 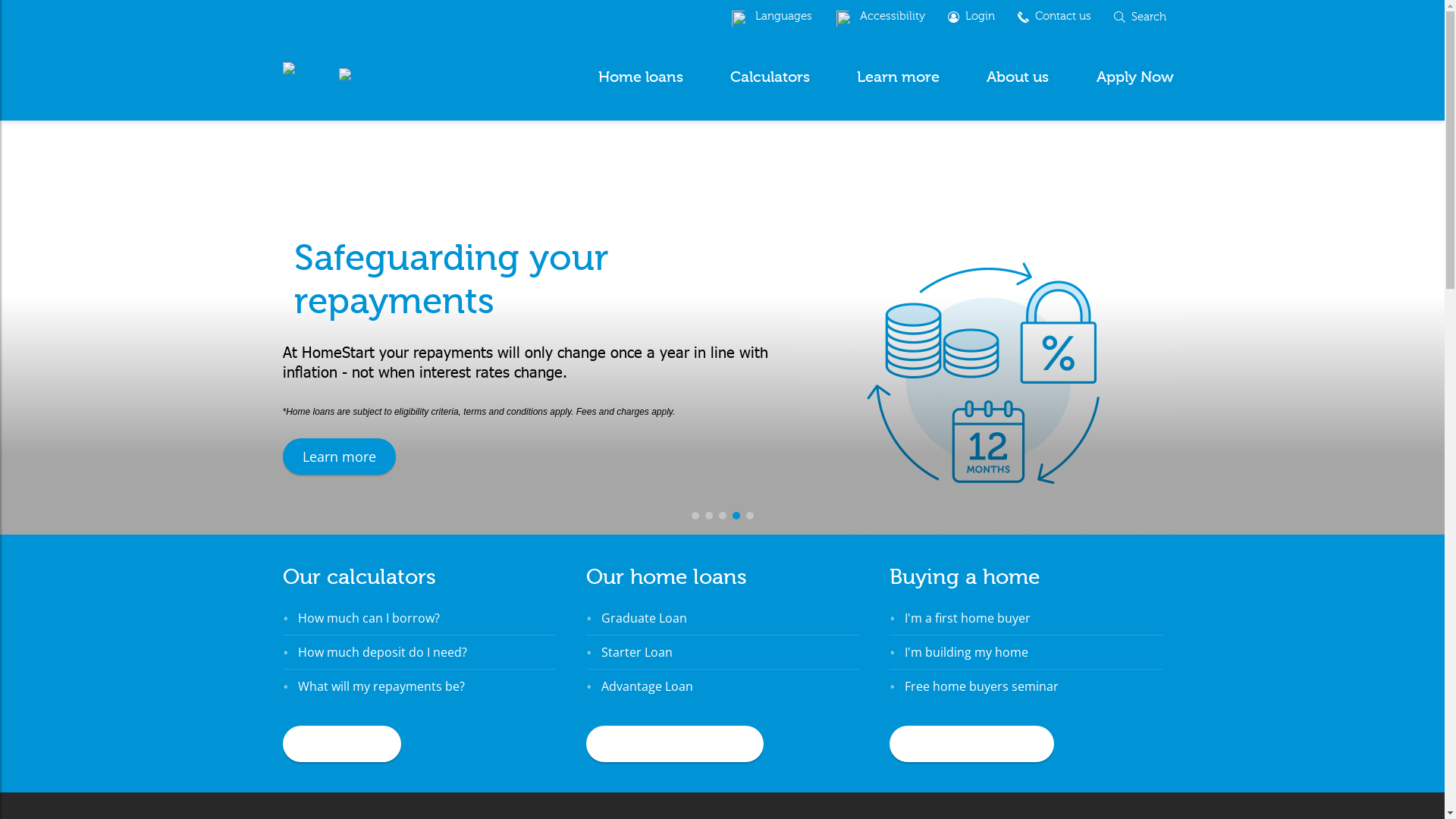 What do you see at coordinates (708, 514) in the screenshot?
I see `'2'` at bounding box center [708, 514].